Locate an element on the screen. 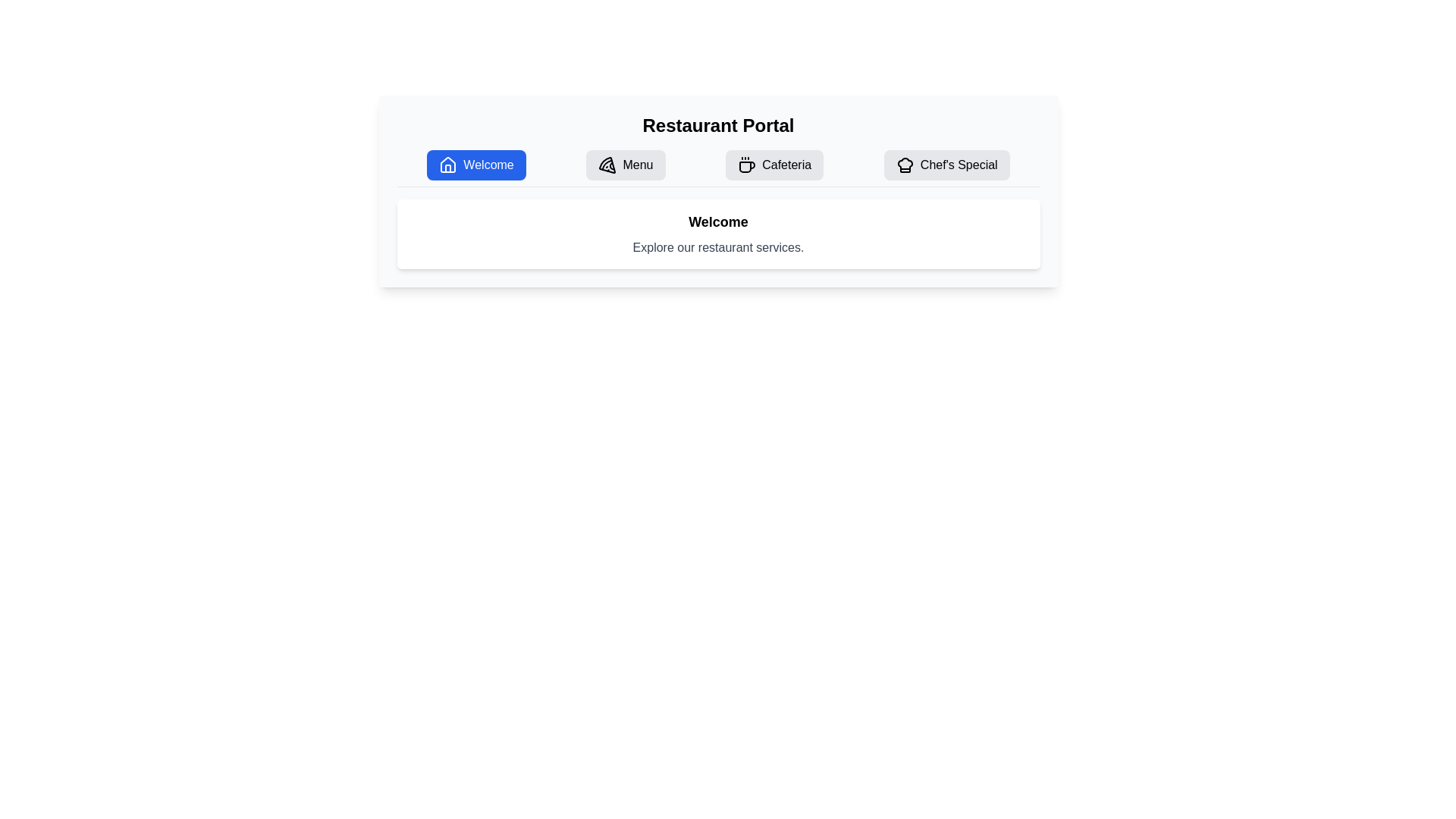 Image resolution: width=1456 pixels, height=819 pixels. the Informational panel, which is a white box with rounded corners containing 'Welcome' and 'Explore our restaurant services.' text is located at coordinates (717, 234).